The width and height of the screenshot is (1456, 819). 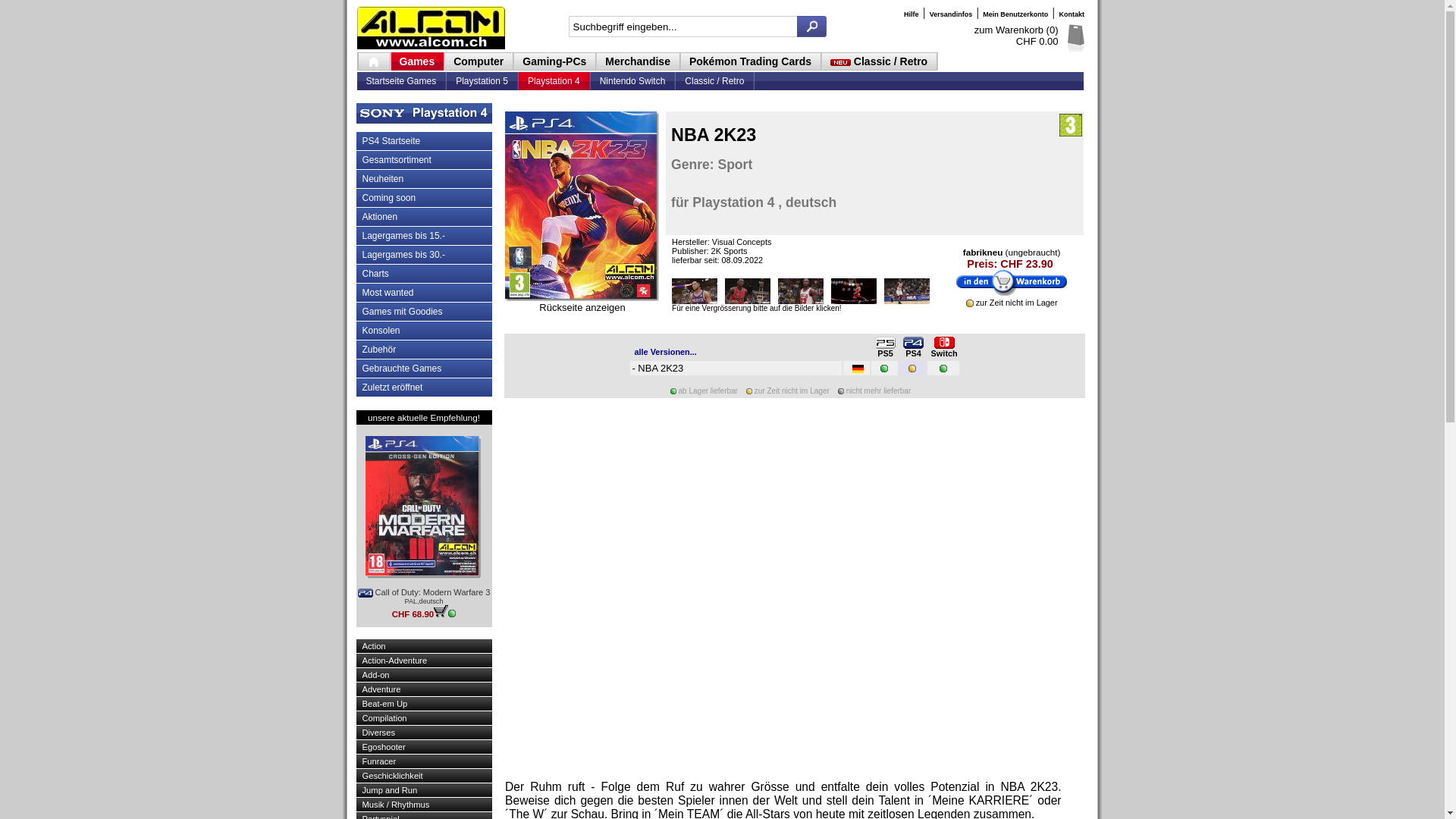 I want to click on 'Mein Benutzerkonto', so click(x=1015, y=14).